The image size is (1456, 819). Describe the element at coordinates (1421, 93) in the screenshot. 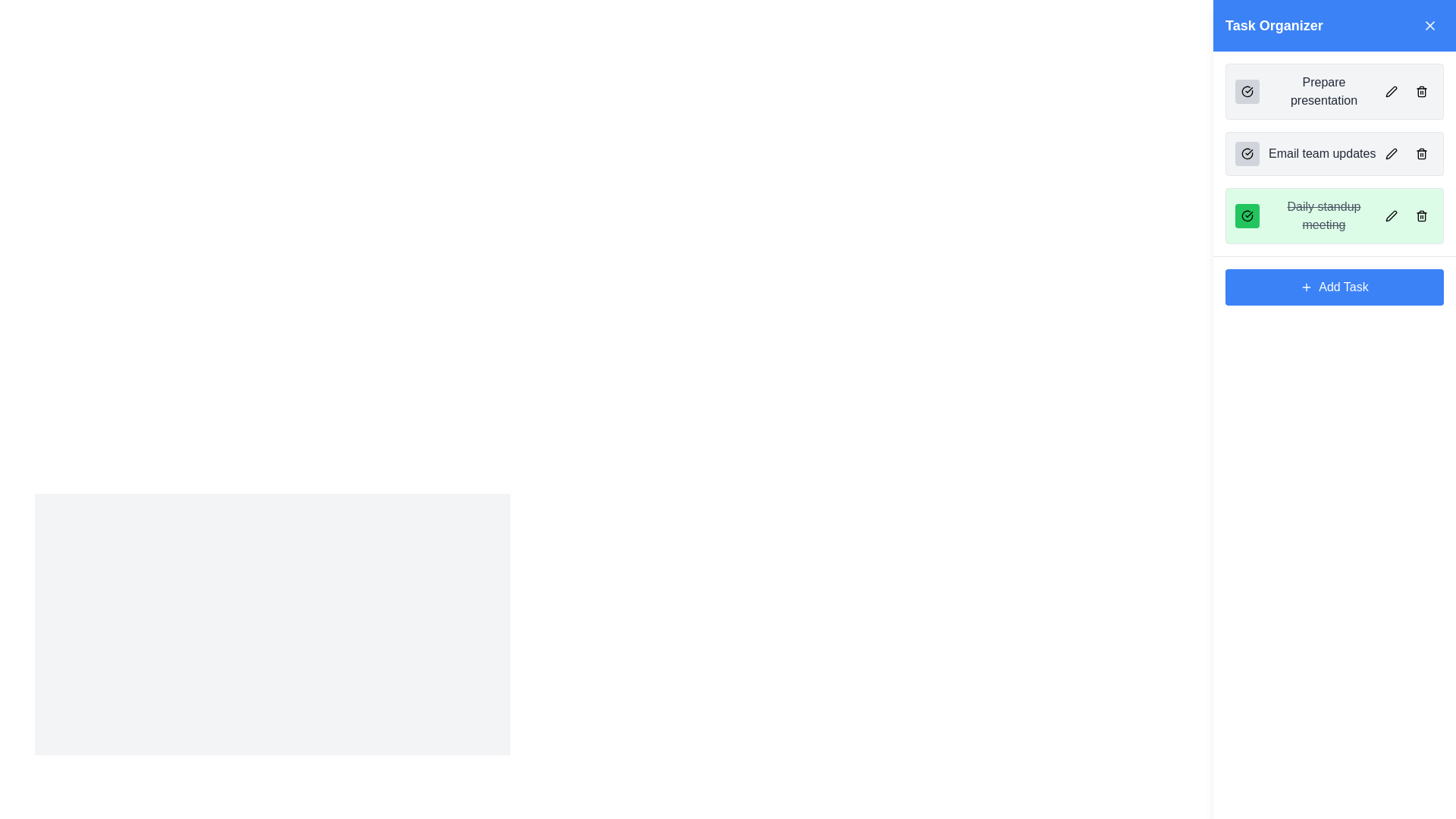

I see `the delete icon button represented by a trash bin in the 'Task Organizer' UI section` at that location.